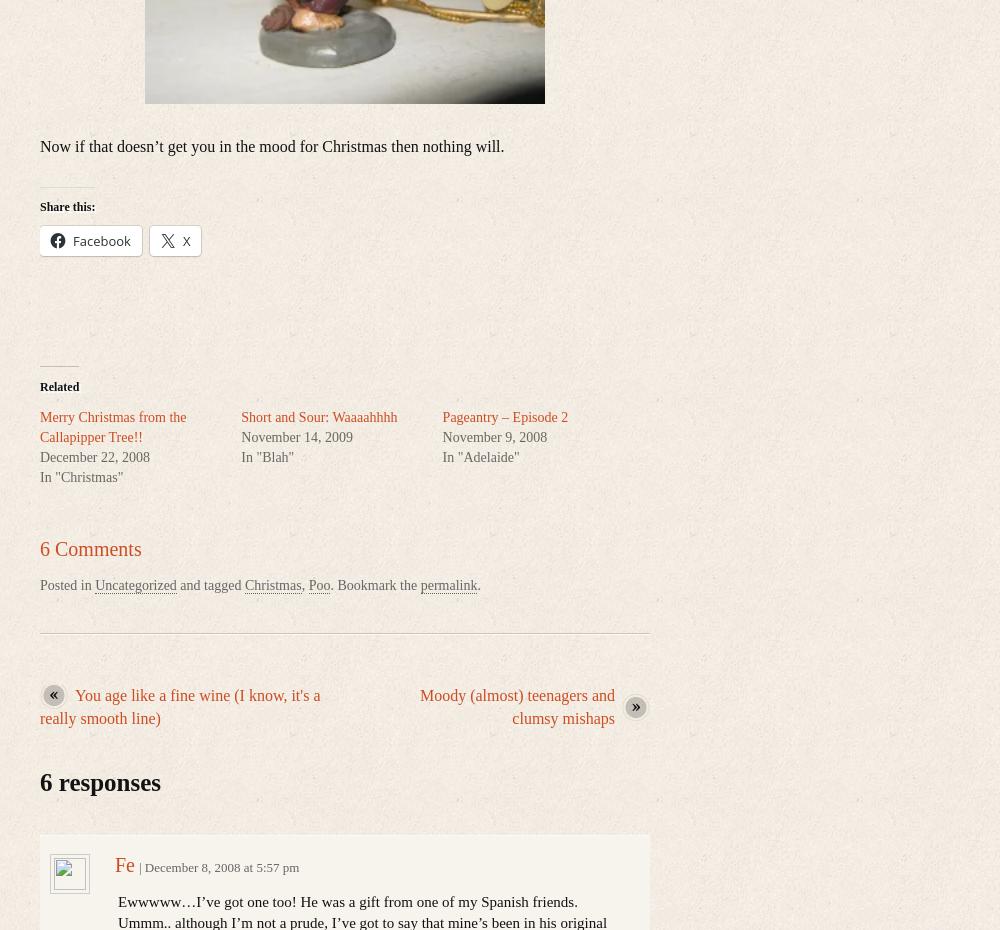  Describe the element at coordinates (329, 584) in the screenshot. I see `'. Bookmark the'` at that location.